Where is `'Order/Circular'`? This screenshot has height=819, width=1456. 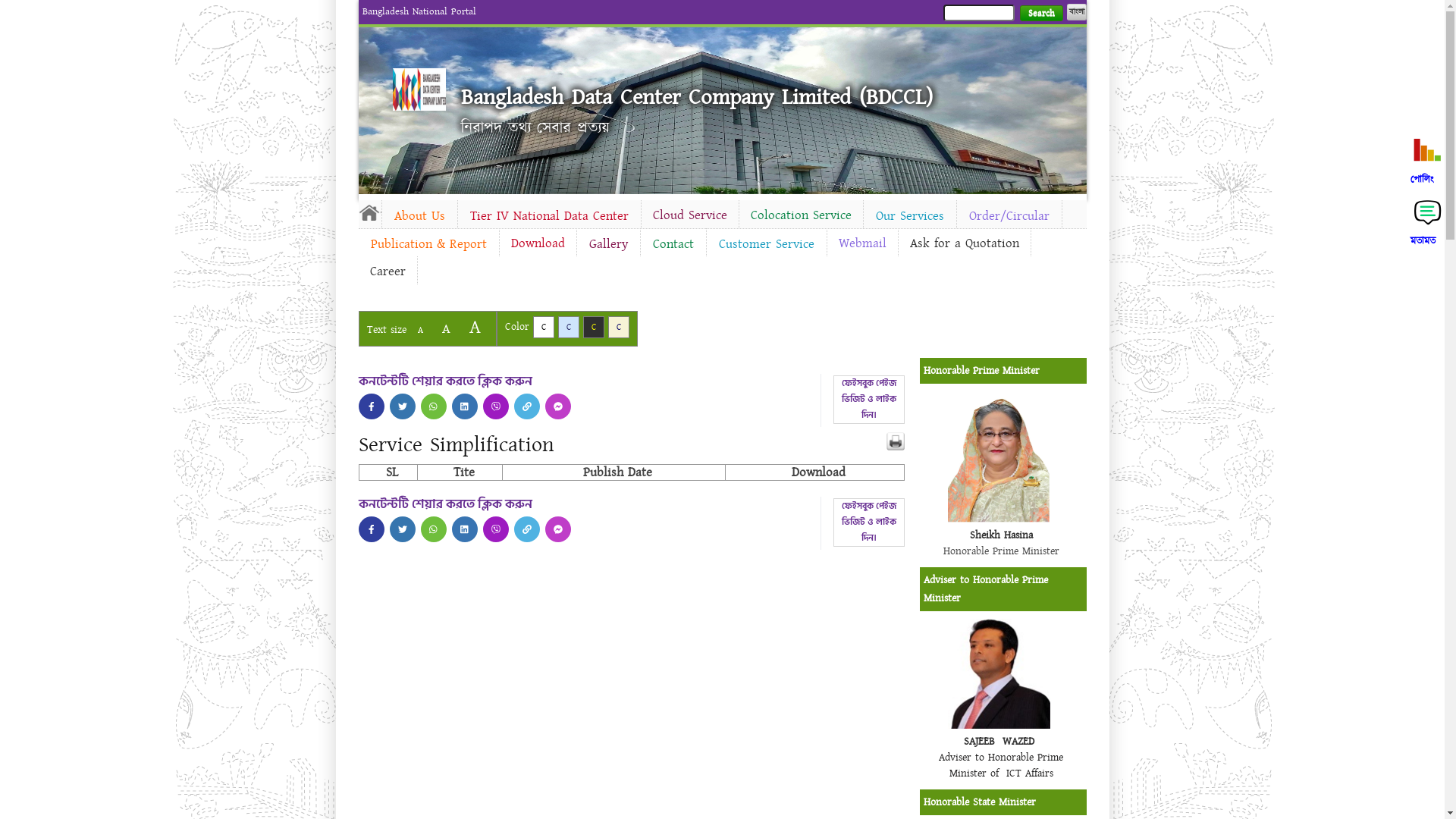 'Order/Circular' is located at coordinates (1009, 216).